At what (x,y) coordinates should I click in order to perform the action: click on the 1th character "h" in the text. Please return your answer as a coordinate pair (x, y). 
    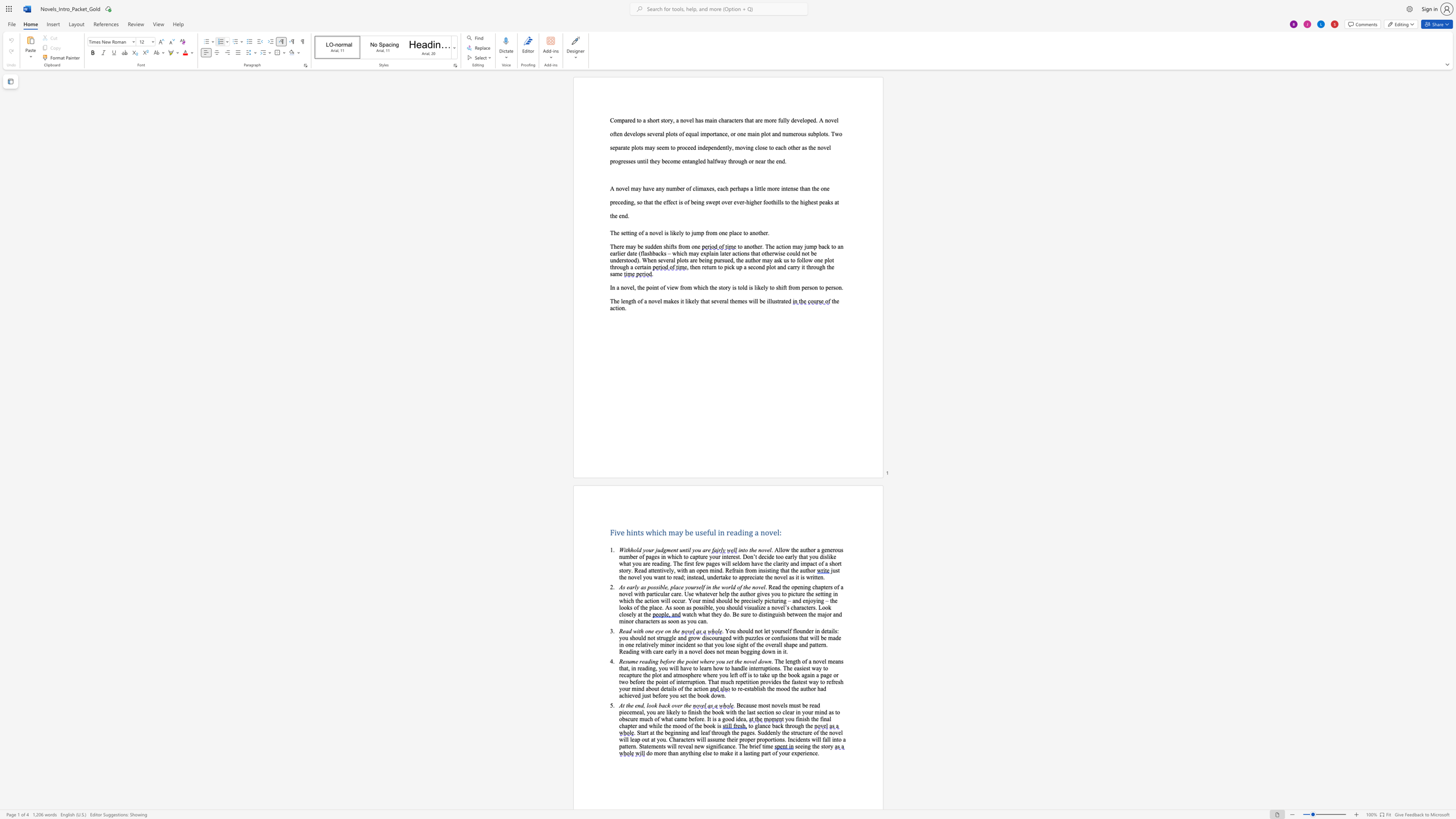
    Looking at the image, I should click on (808, 718).